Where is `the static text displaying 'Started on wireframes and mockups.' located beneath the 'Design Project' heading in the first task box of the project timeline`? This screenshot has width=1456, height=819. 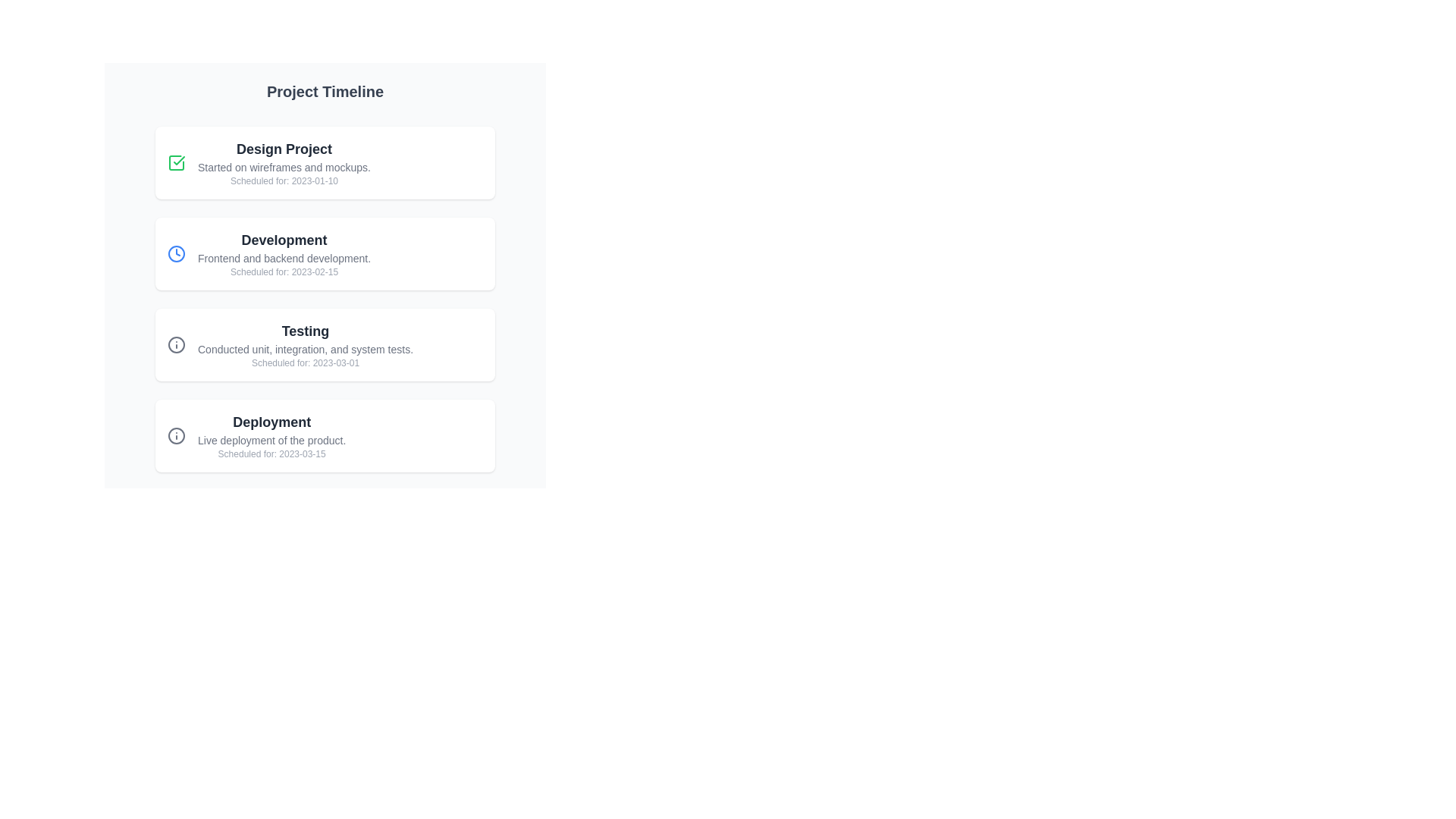 the static text displaying 'Started on wireframes and mockups.' located beneath the 'Design Project' heading in the first task box of the project timeline is located at coordinates (284, 167).